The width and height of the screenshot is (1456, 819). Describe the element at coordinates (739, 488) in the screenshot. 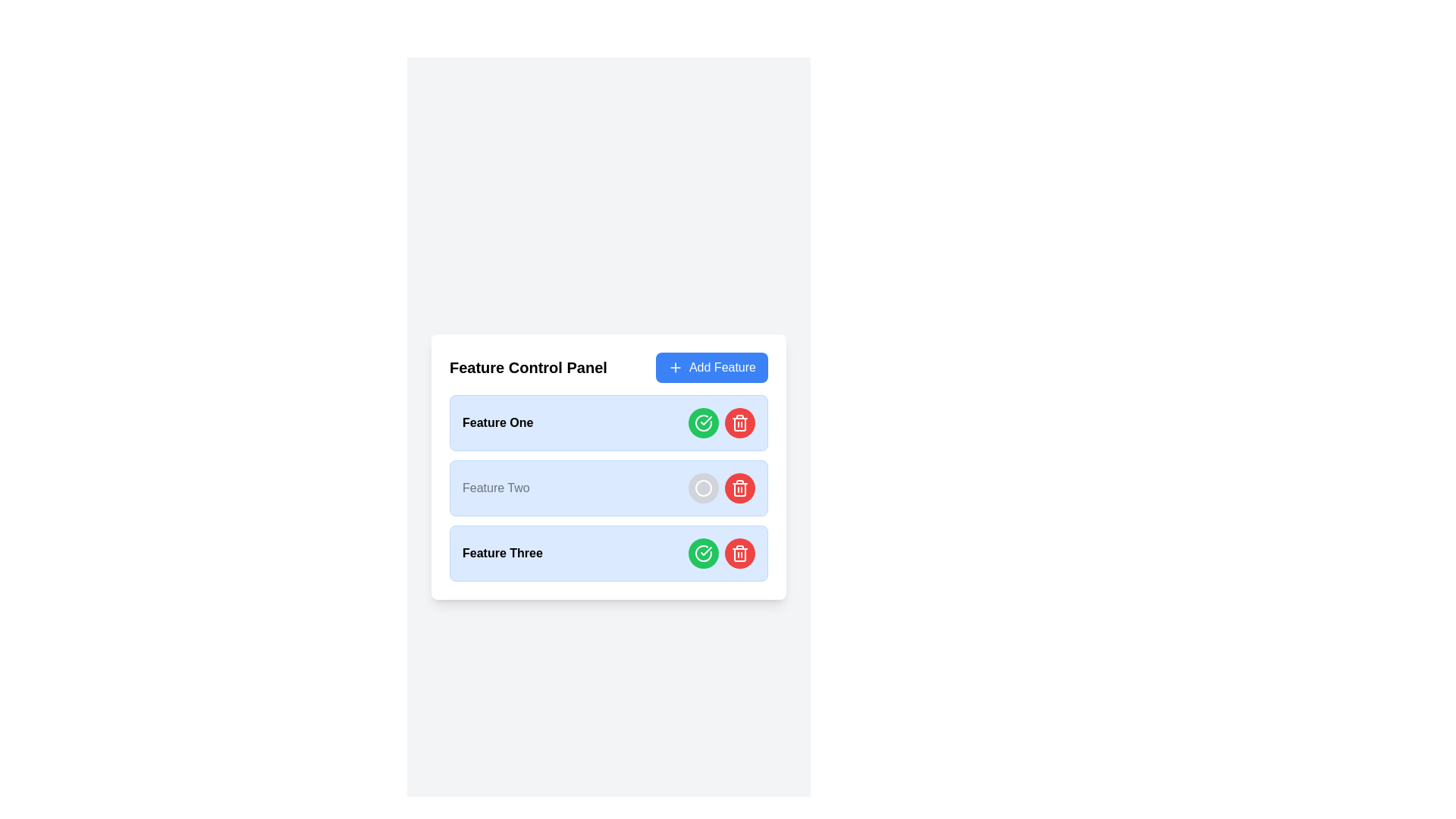

I see `the circular red button with a white trash bin icon next to 'Feature Two' to trigger additional visual feedback` at that location.